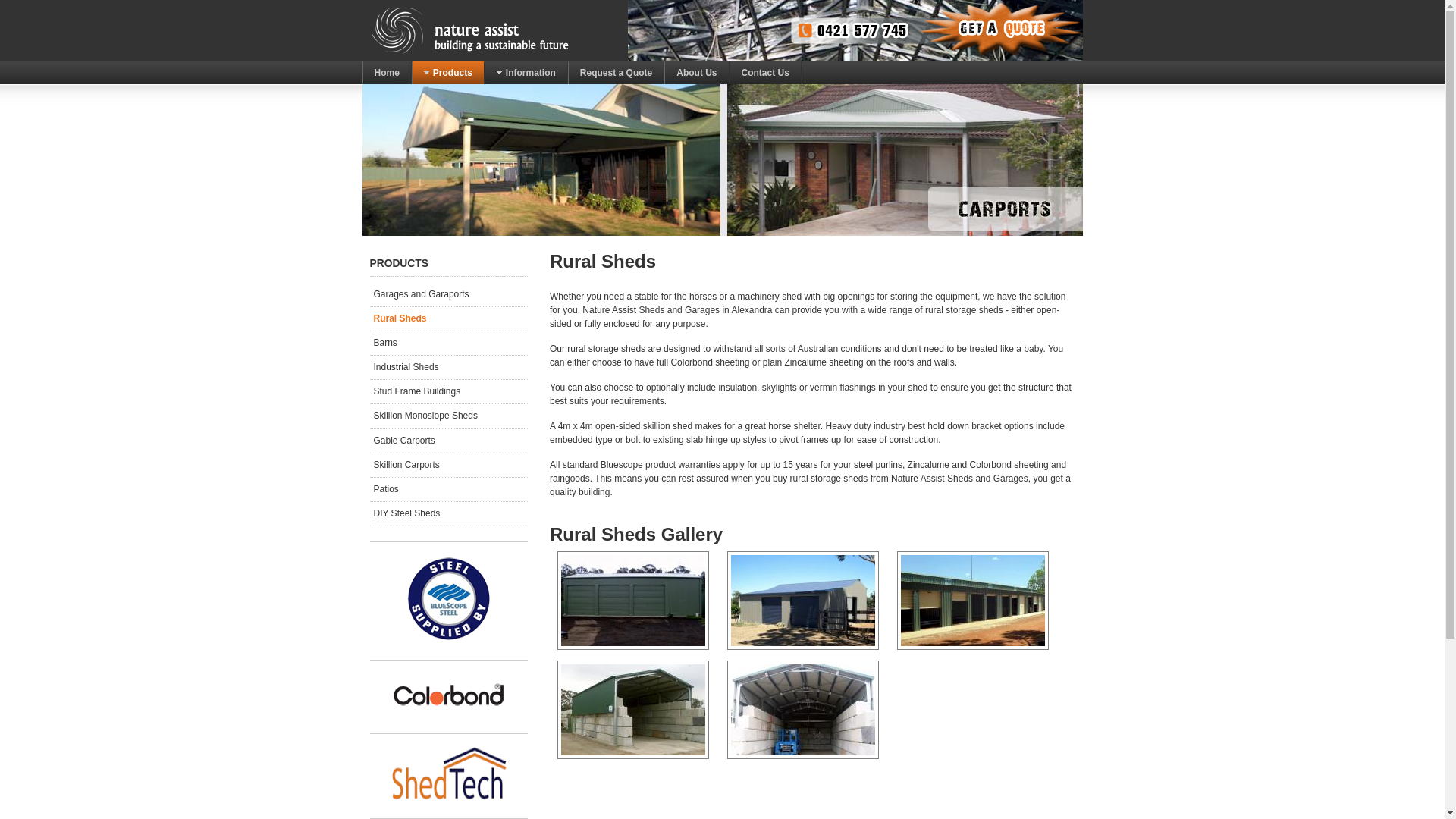 This screenshot has height=819, width=1456. What do you see at coordinates (447, 489) in the screenshot?
I see `'Patios'` at bounding box center [447, 489].